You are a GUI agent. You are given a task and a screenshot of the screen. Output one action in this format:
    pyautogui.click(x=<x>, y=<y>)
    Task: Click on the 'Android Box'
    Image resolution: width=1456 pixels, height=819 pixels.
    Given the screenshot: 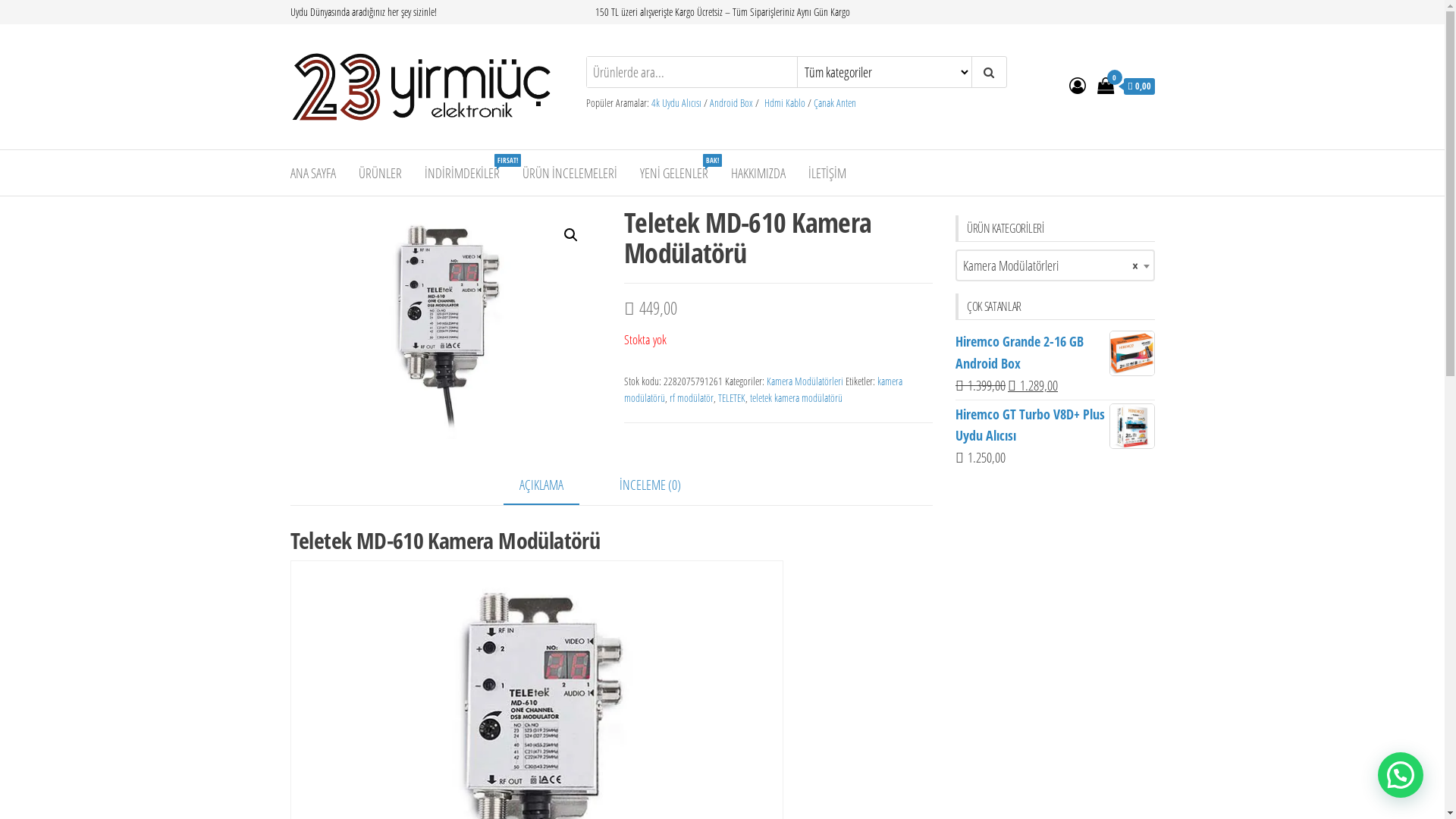 What is the action you would take?
    pyautogui.click(x=731, y=102)
    